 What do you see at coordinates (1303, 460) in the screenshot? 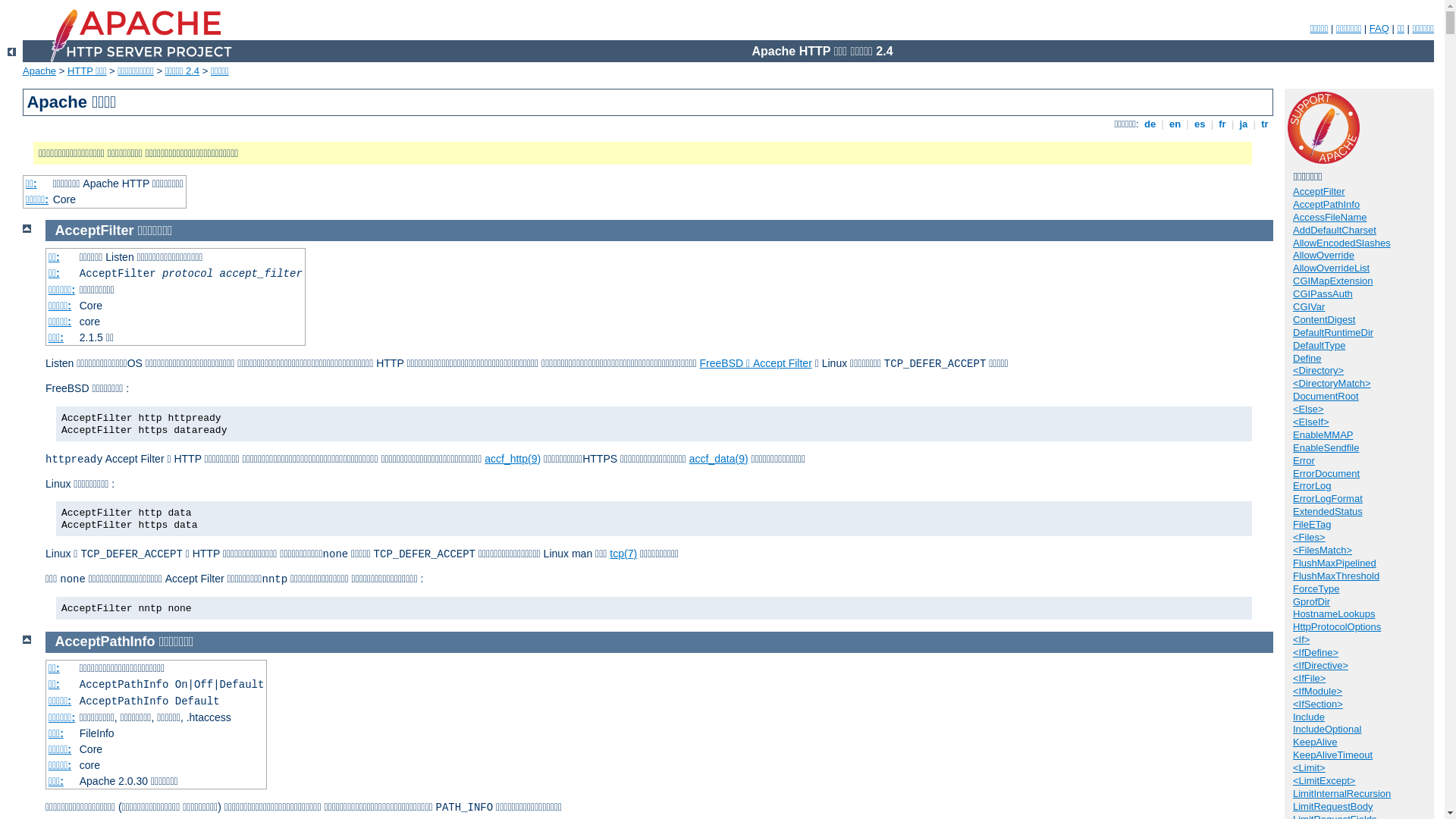
I see `'Error'` at bounding box center [1303, 460].